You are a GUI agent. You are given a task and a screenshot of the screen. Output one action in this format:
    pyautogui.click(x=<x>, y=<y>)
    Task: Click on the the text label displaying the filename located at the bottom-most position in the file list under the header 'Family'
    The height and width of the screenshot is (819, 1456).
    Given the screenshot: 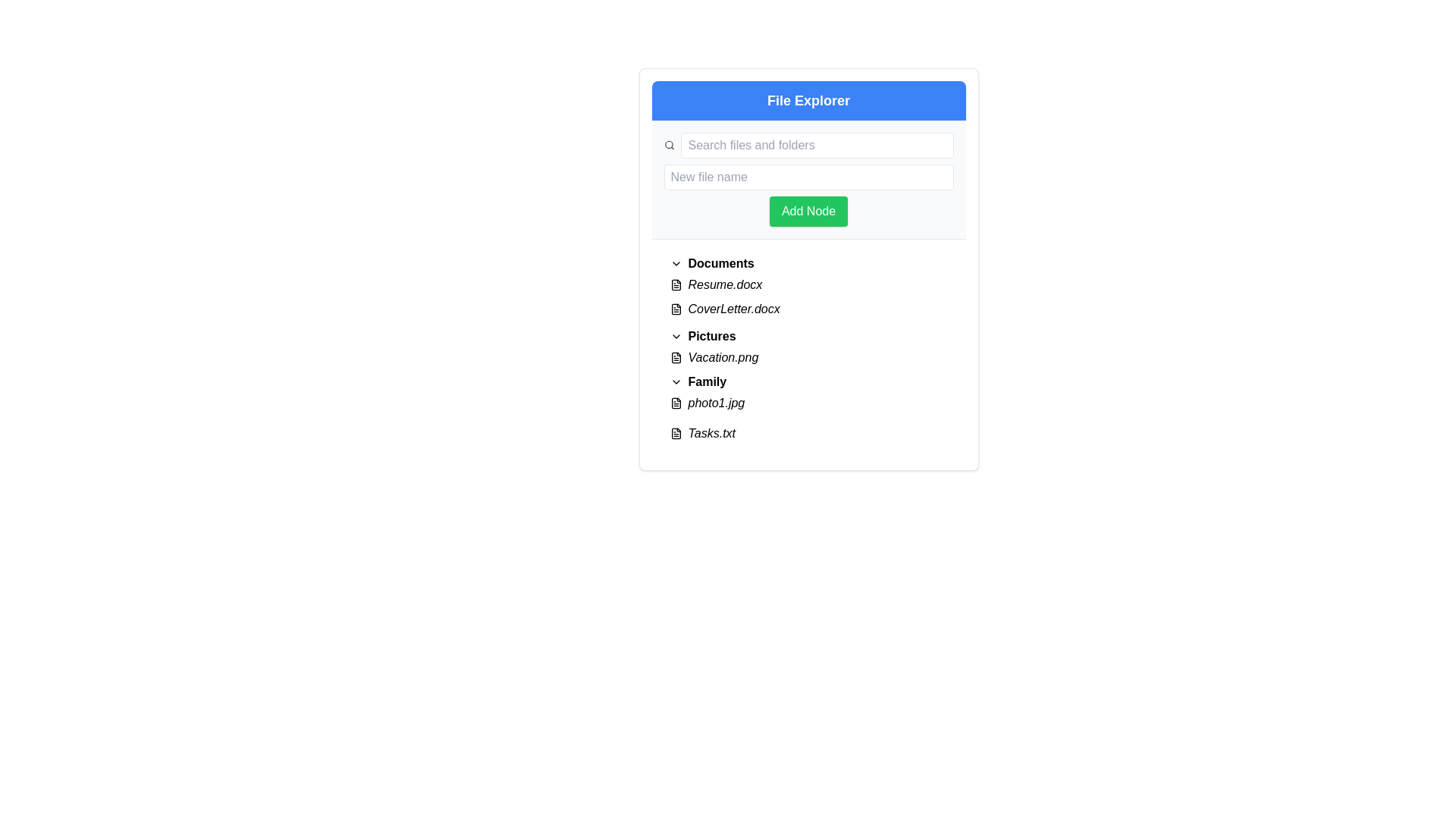 What is the action you would take?
    pyautogui.click(x=711, y=433)
    